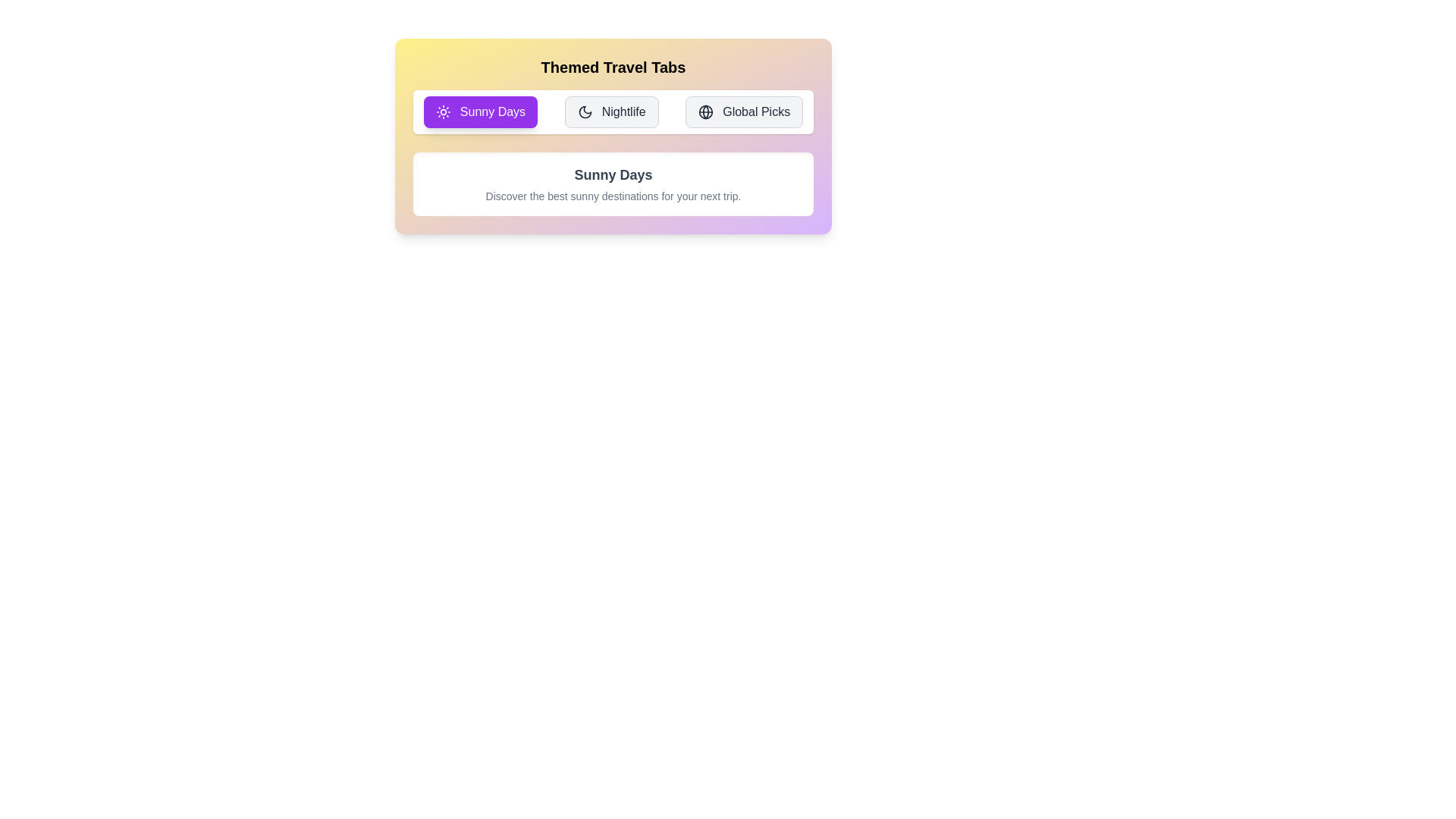 Image resolution: width=1456 pixels, height=819 pixels. Describe the element at coordinates (744, 111) in the screenshot. I see `the Global Picks tab` at that location.